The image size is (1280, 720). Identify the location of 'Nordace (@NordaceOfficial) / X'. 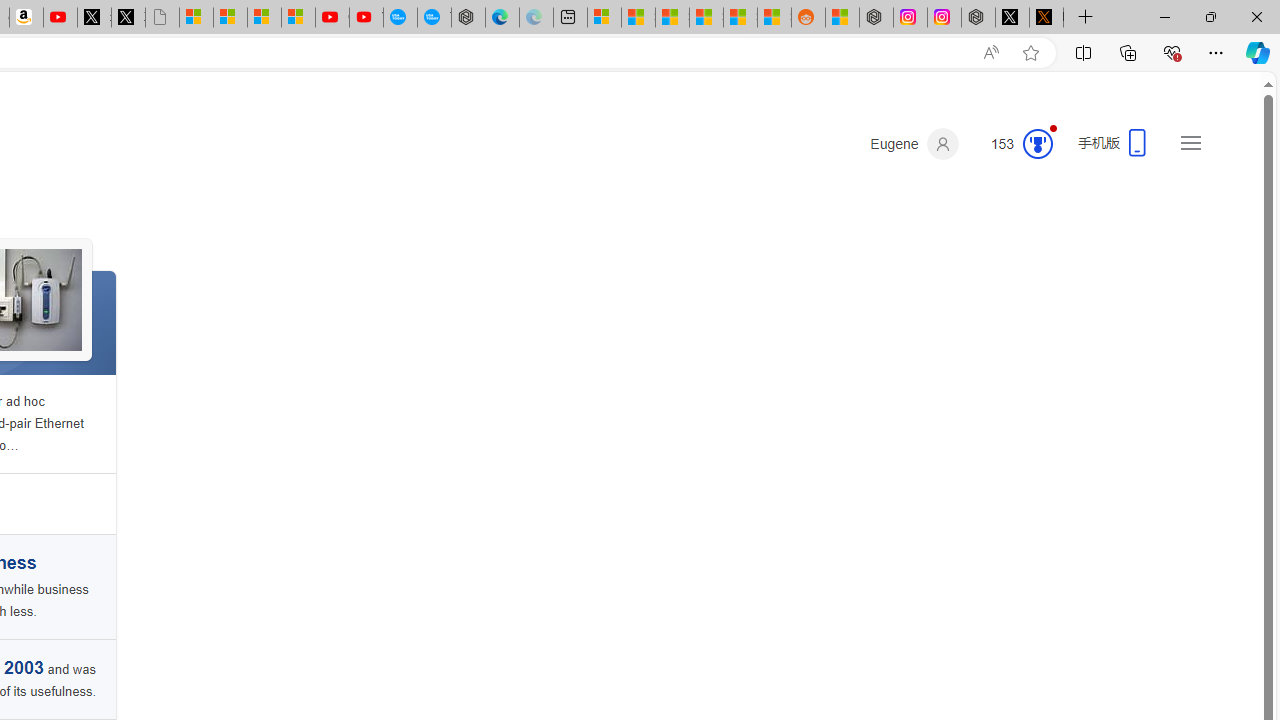
(1012, 17).